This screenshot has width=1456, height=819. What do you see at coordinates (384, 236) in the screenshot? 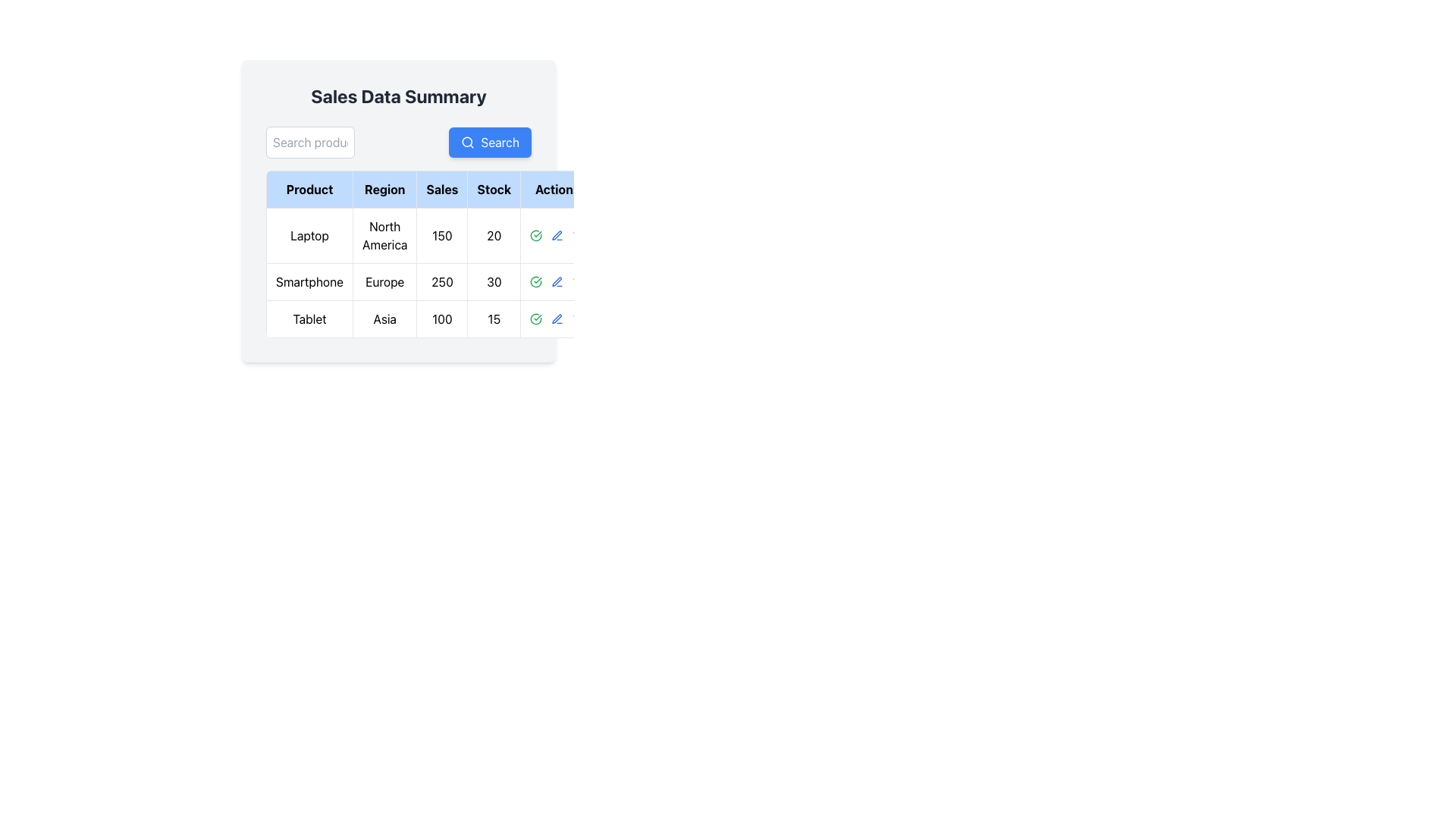
I see `the 'North America' label in the table under the 'Region' column, which is the second cell in the row for the product 'Laptop'` at bounding box center [384, 236].